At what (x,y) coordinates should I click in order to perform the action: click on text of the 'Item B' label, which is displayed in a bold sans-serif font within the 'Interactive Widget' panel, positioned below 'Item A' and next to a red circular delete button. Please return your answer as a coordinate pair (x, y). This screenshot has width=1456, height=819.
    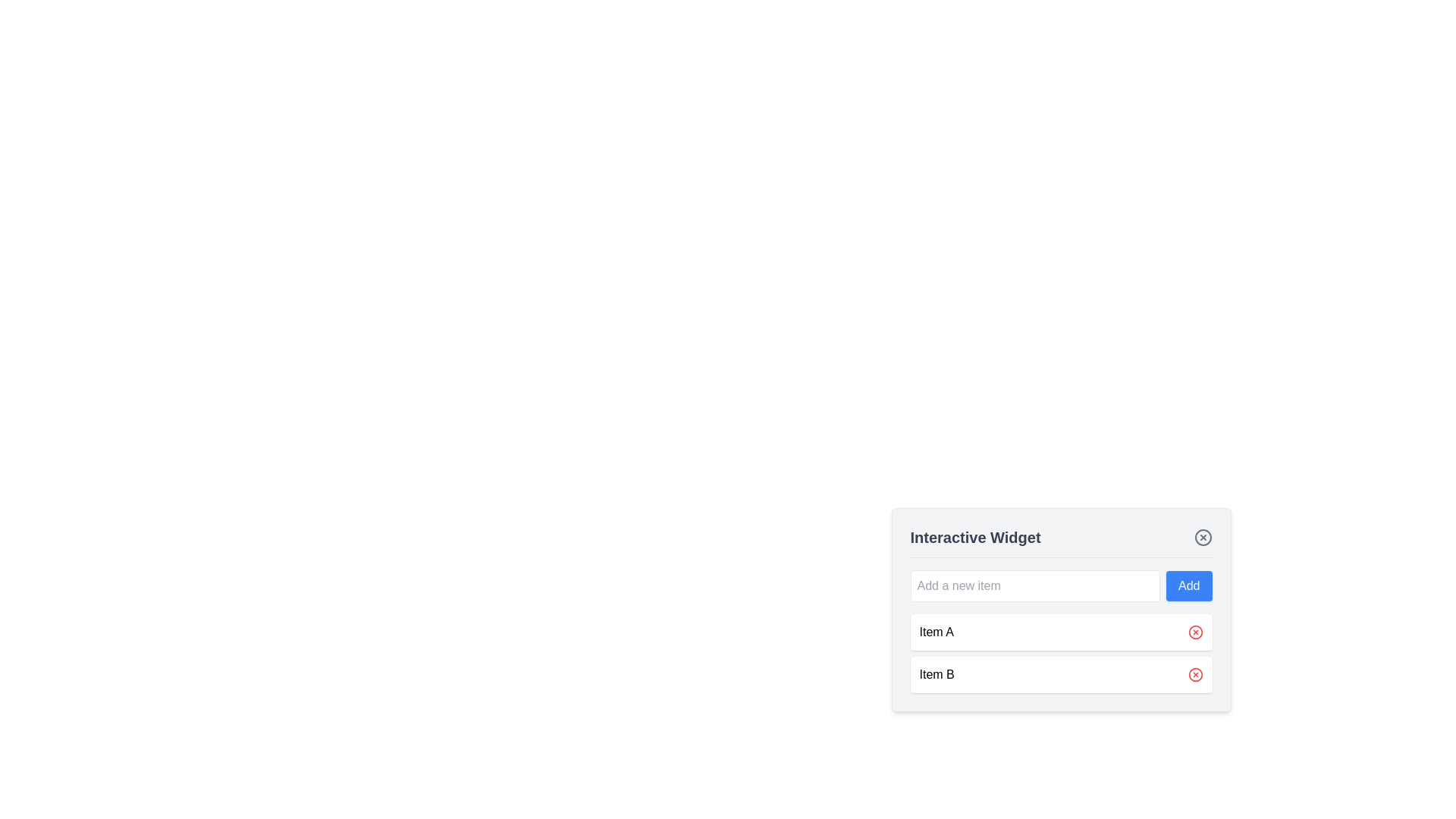
    Looking at the image, I should click on (936, 674).